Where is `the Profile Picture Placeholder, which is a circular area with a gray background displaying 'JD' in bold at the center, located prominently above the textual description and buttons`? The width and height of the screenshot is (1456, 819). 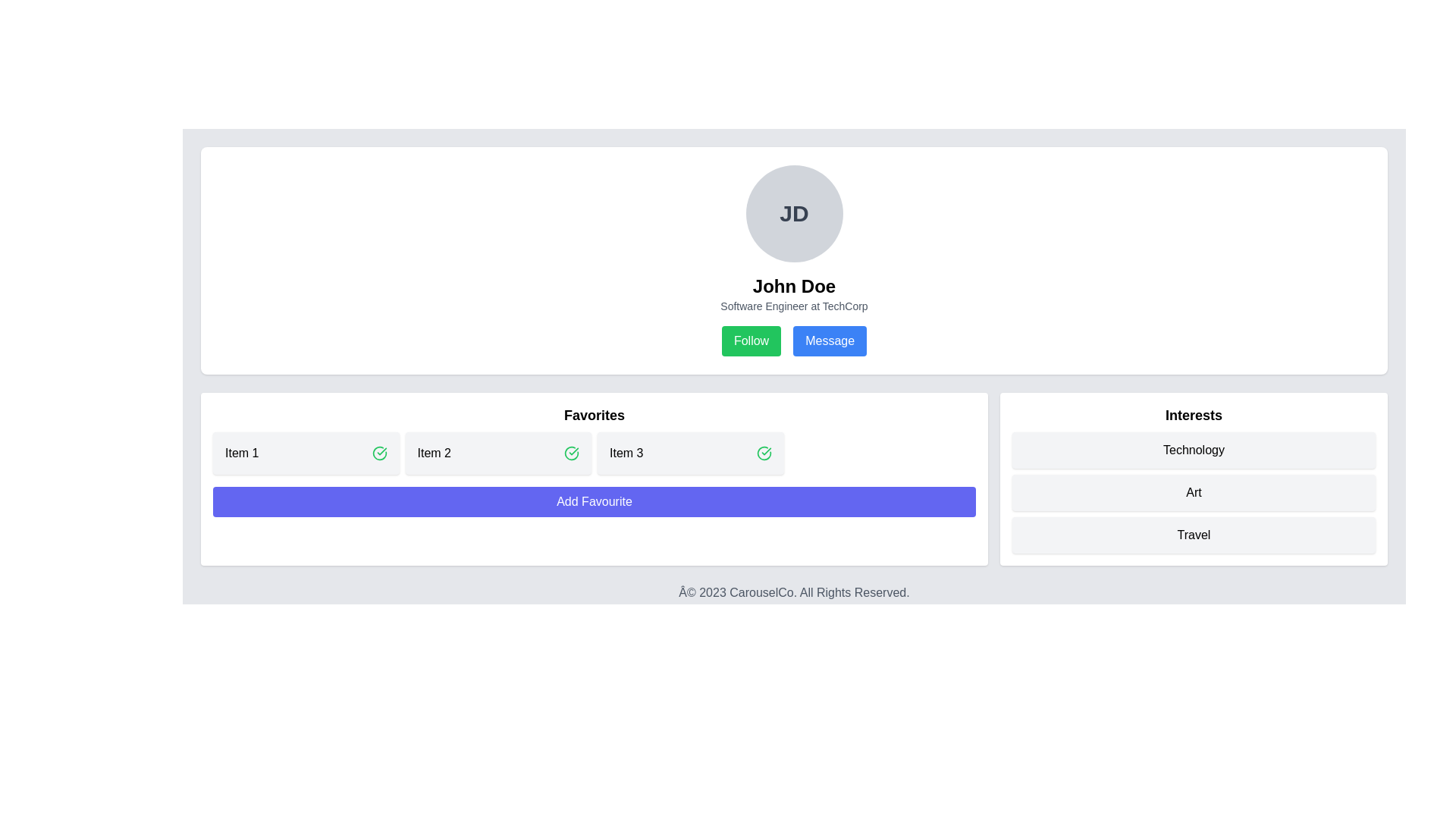
the Profile Picture Placeholder, which is a circular area with a gray background displaying 'JD' in bold at the center, located prominently above the textual description and buttons is located at coordinates (793, 213).